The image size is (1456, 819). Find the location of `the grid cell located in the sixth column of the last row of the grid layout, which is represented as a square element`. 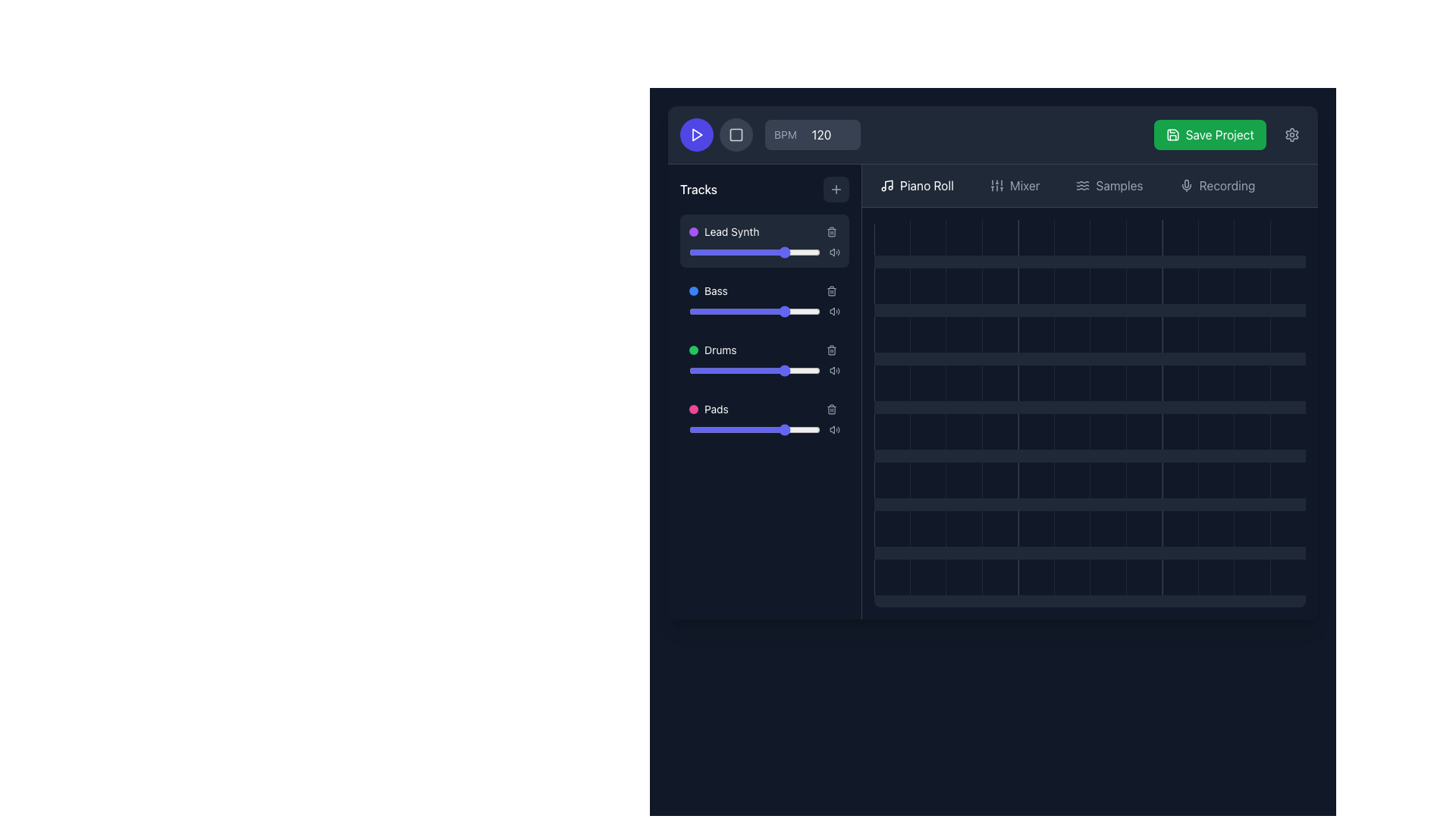

the grid cell located in the sixth column of the last row of the grid layout, which is represented as a square element is located at coordinates (1071, 528).